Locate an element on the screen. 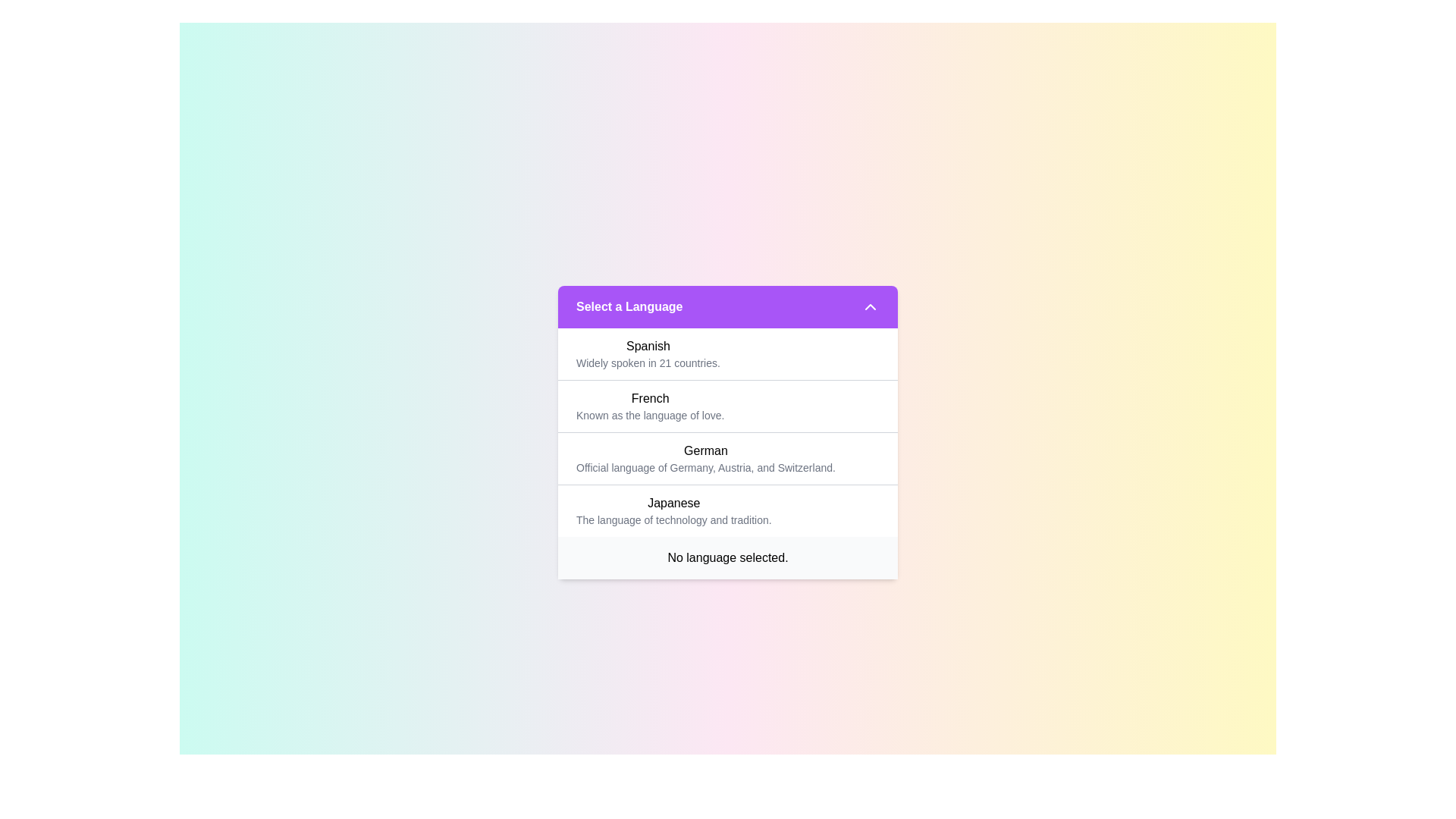  the 'Spanish' dropdown list item, which is the first entry under the 'Select a Language' heading, featuring a bold title and a smaller gray subtitle is located at coordinates (648, 353).